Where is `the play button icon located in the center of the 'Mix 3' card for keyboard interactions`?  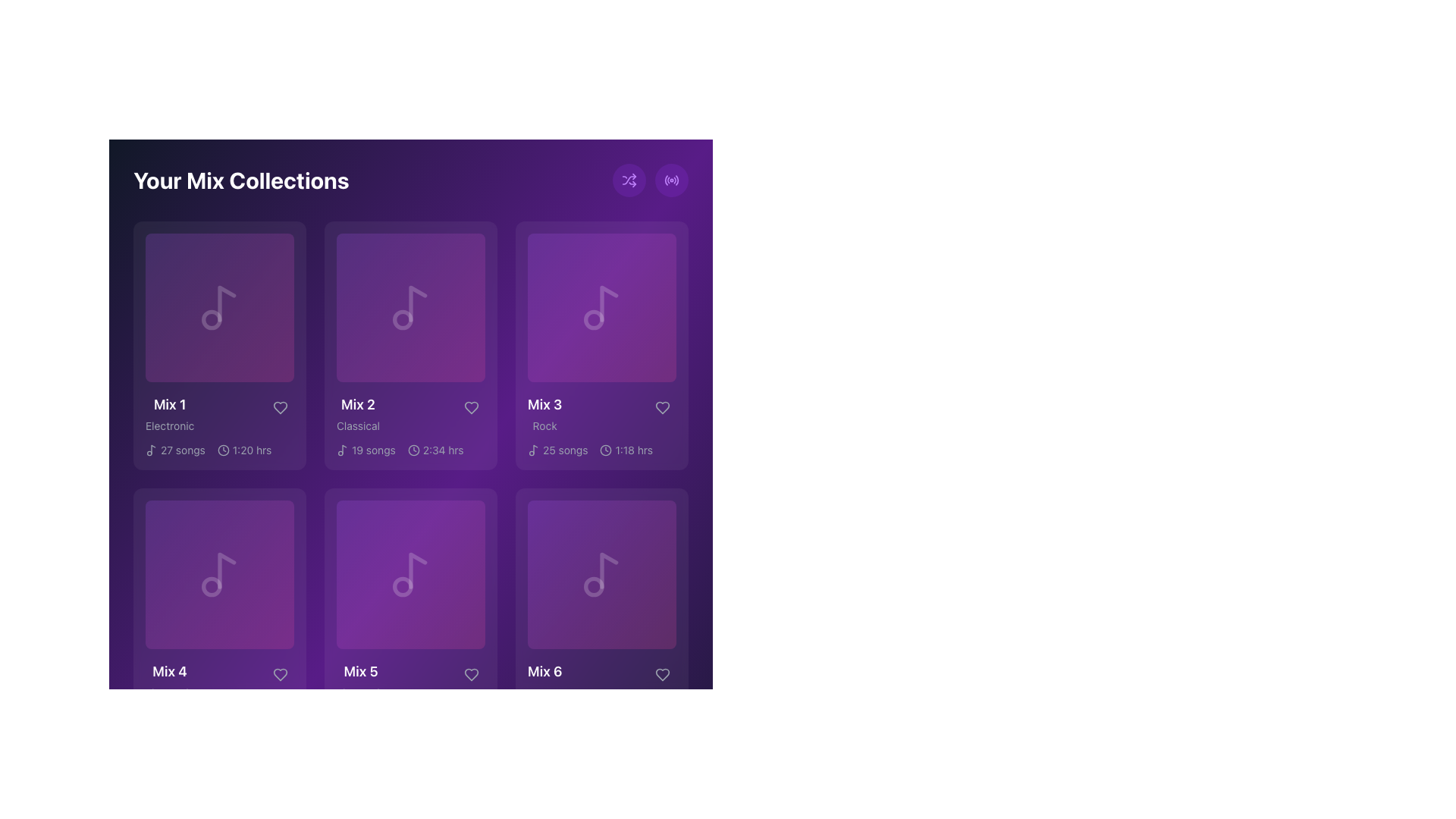
the play button icon located in the center of the 'Mix 3' card for keyboard interactions is located at coordinates (602, 307).